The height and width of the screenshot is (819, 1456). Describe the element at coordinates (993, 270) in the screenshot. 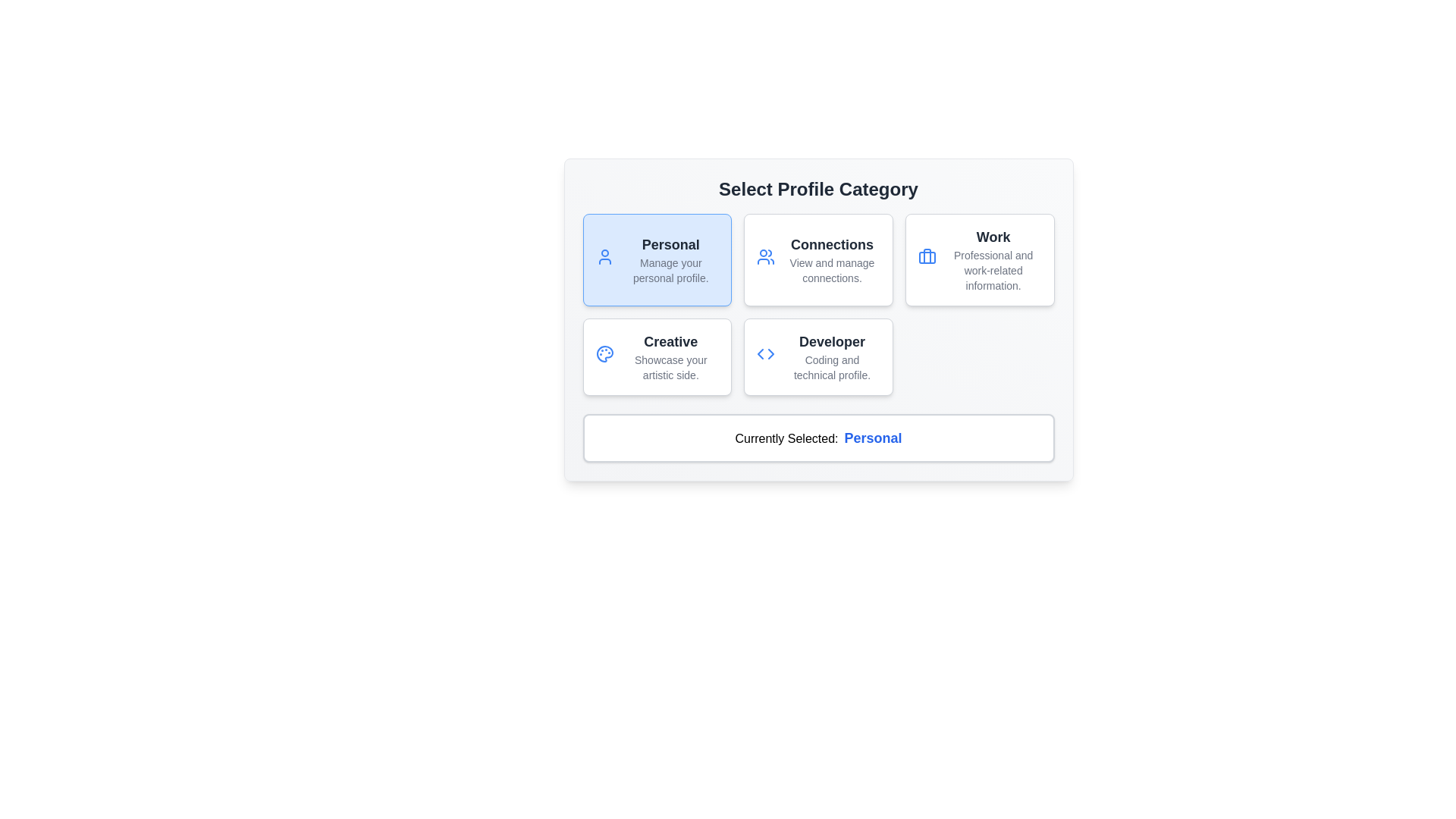

I see `the informational text located below the 'Work' header within the third card in the top-right corner of the layout` at that location.